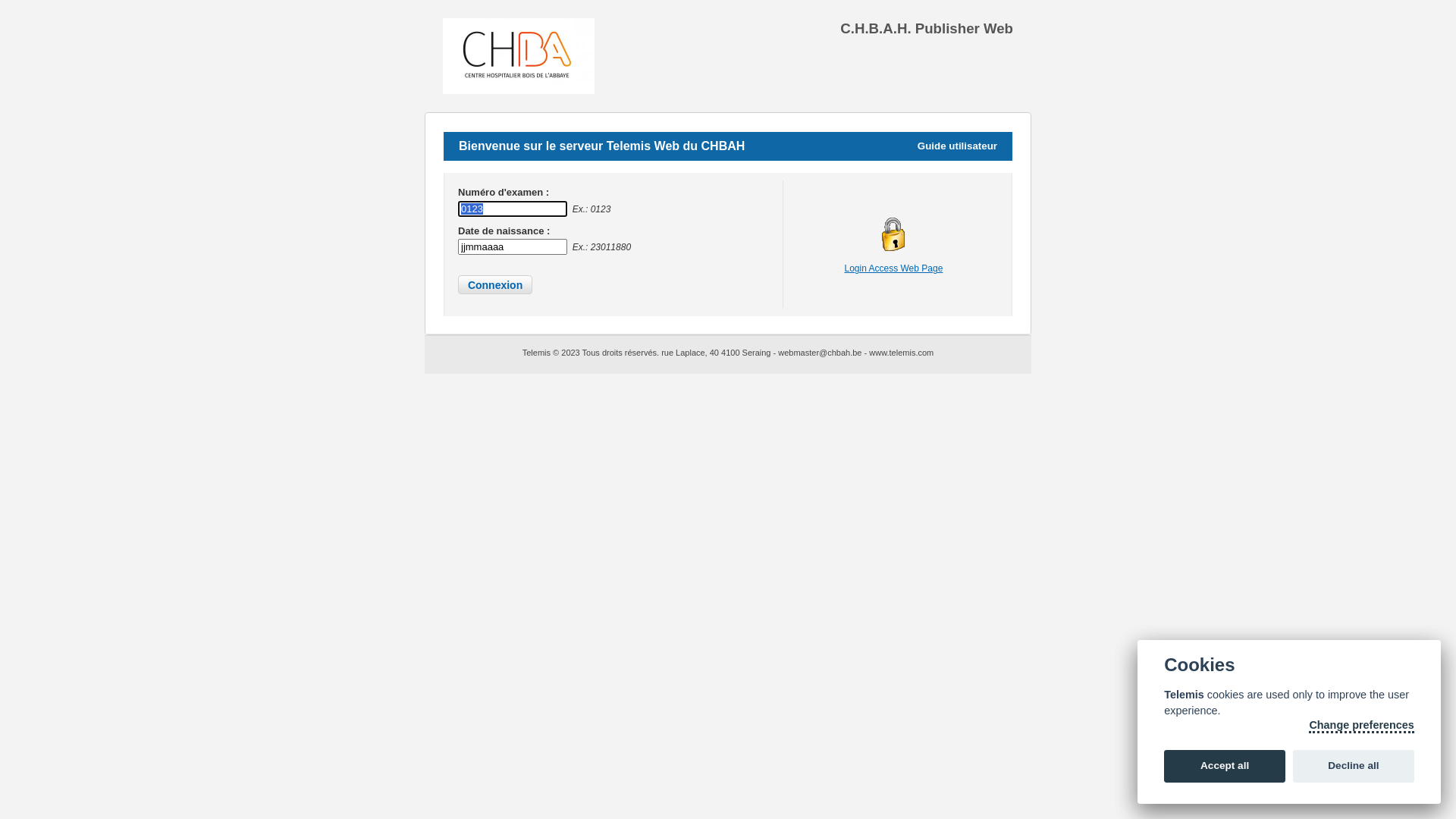  I want to click on ' Connexion ', so click(494, 284).